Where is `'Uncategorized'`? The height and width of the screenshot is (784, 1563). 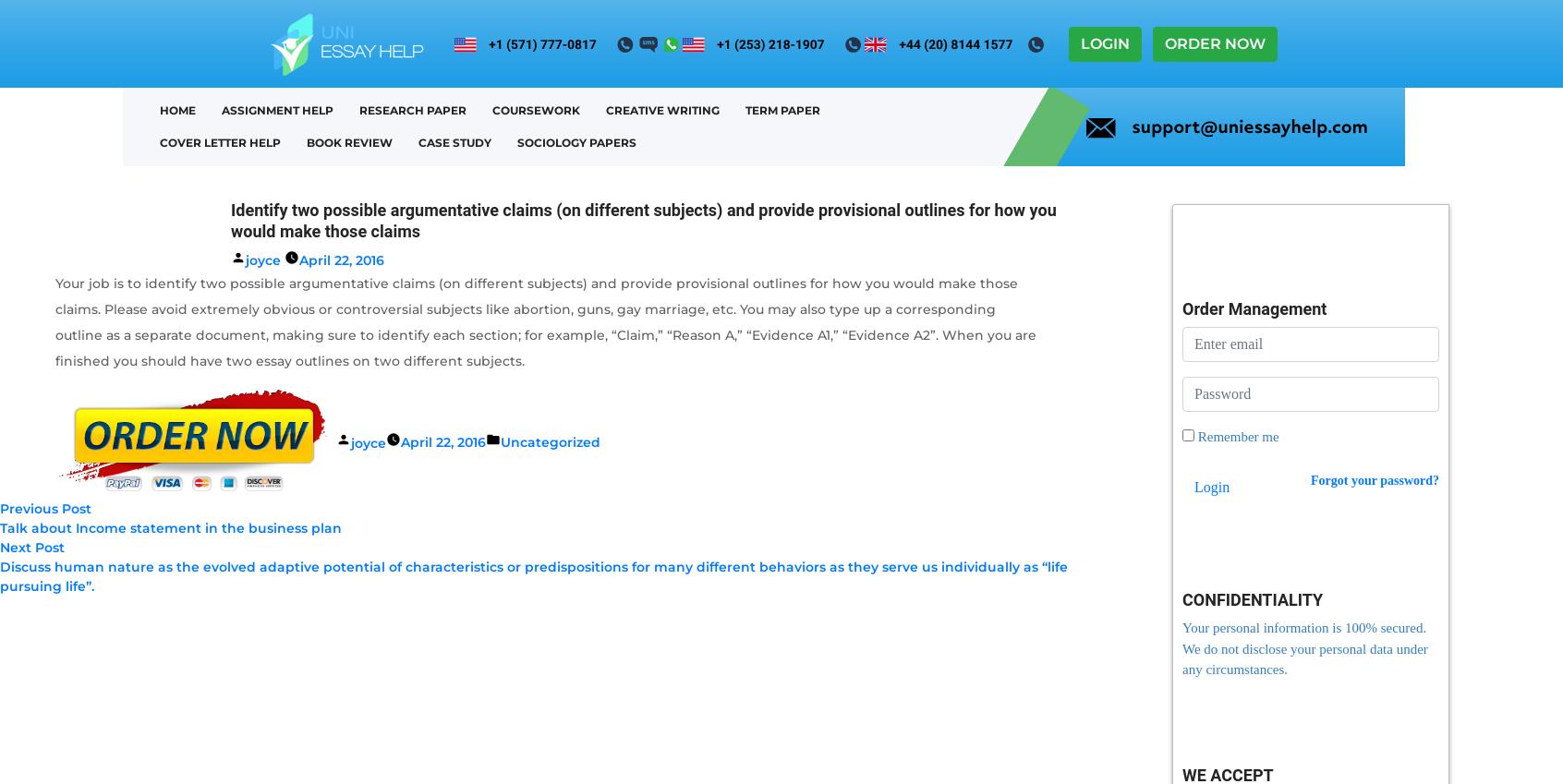 'Uncategorized' is located at coordinates (549, 441).